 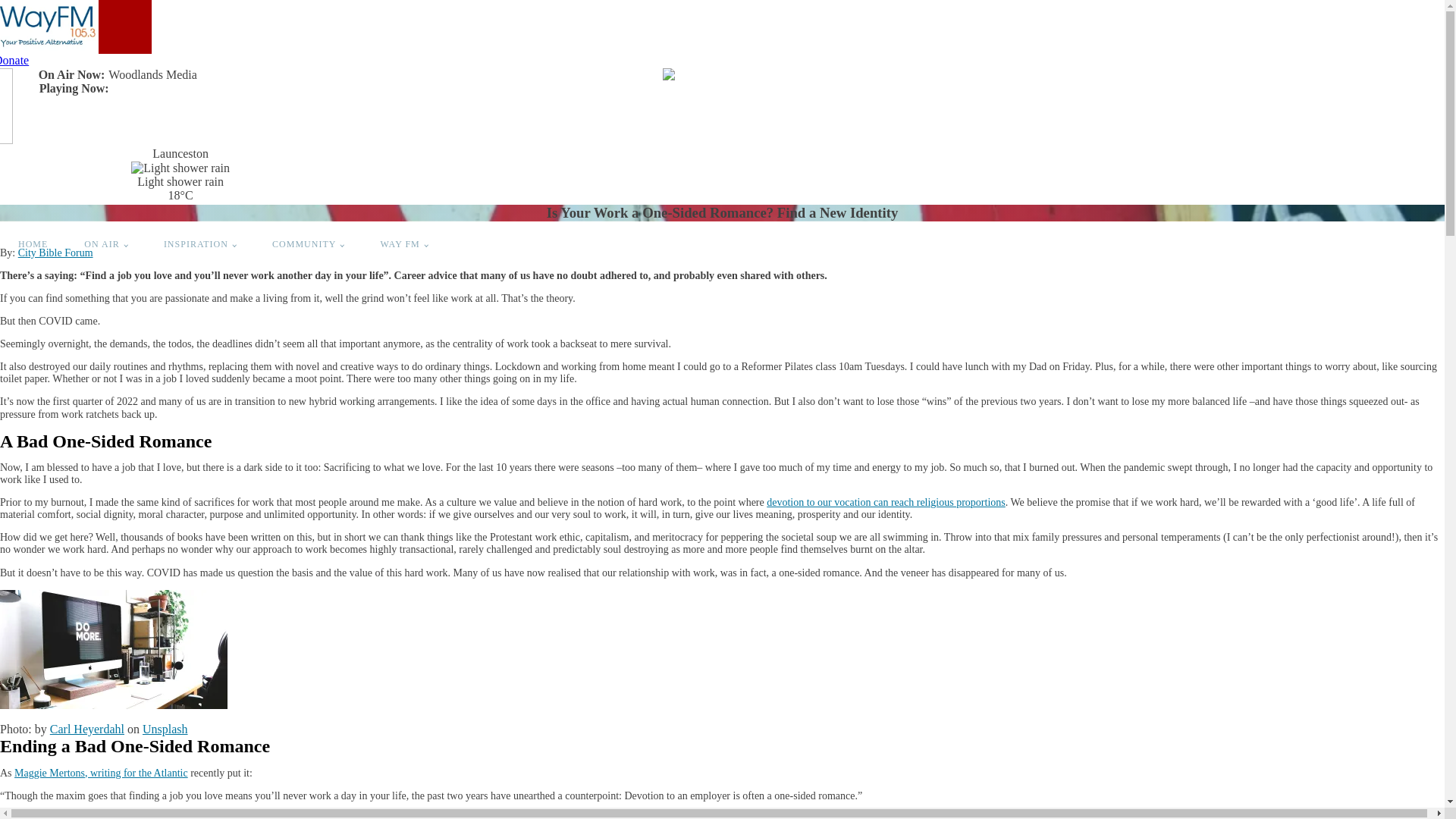 I want to click on 'Carl Heyerdahl', so click(x=86, y=728).